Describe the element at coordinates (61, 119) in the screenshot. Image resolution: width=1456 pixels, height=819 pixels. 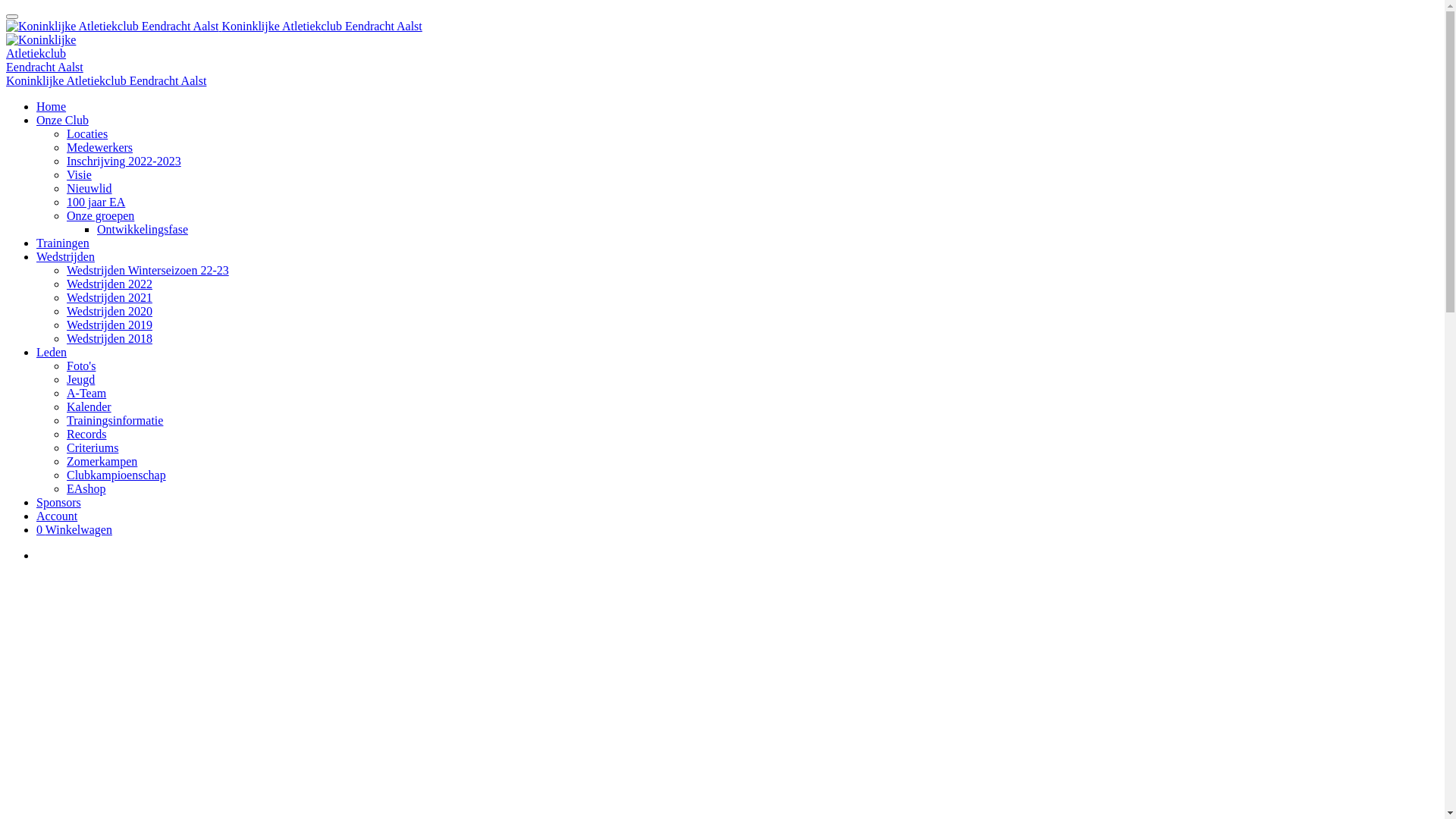
I see `'Onze Club'` at that location.